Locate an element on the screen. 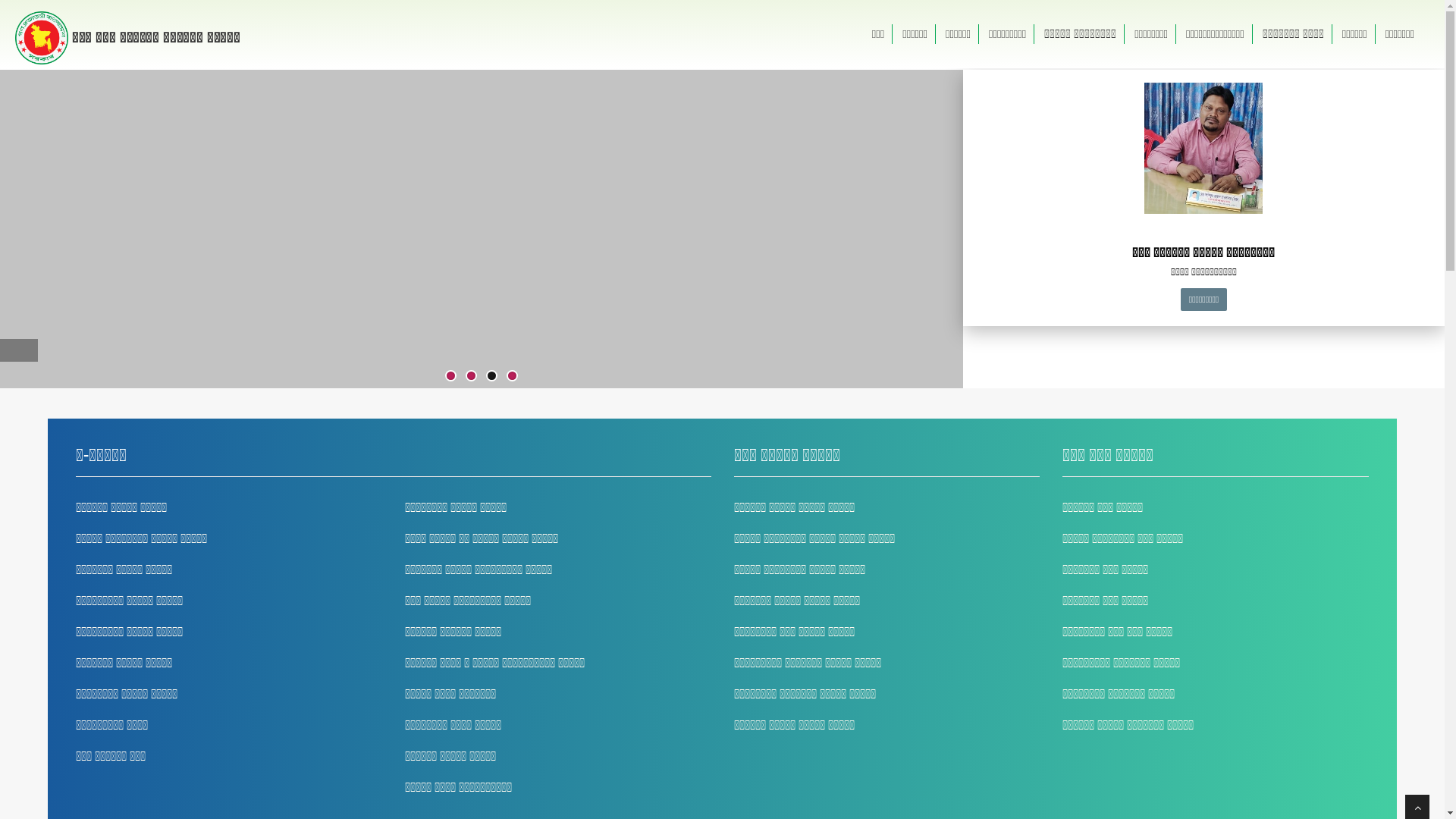  '1' is located at coordinates (450, 375).